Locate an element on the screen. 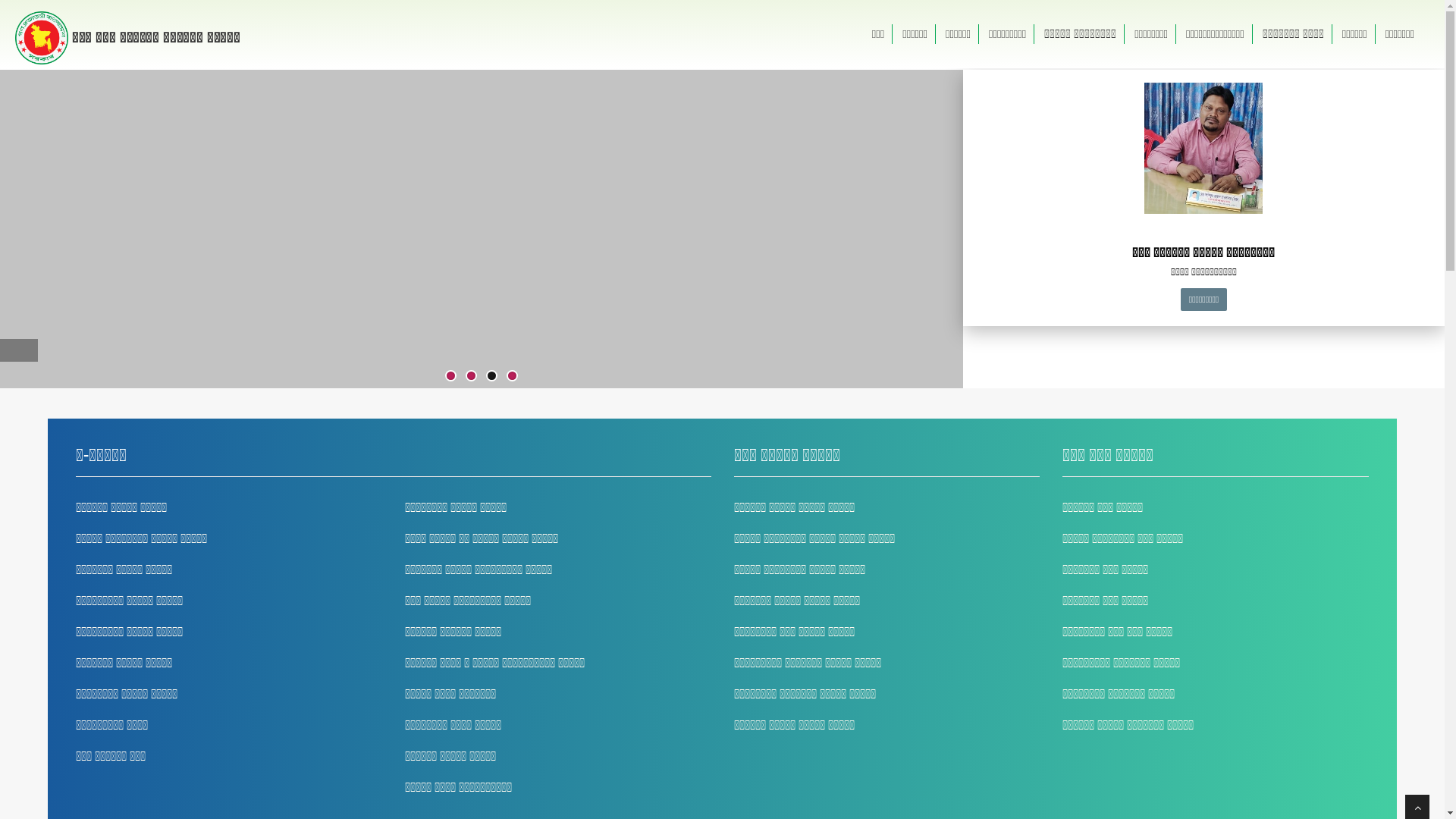  '1' is located at coordinates (450, 375).